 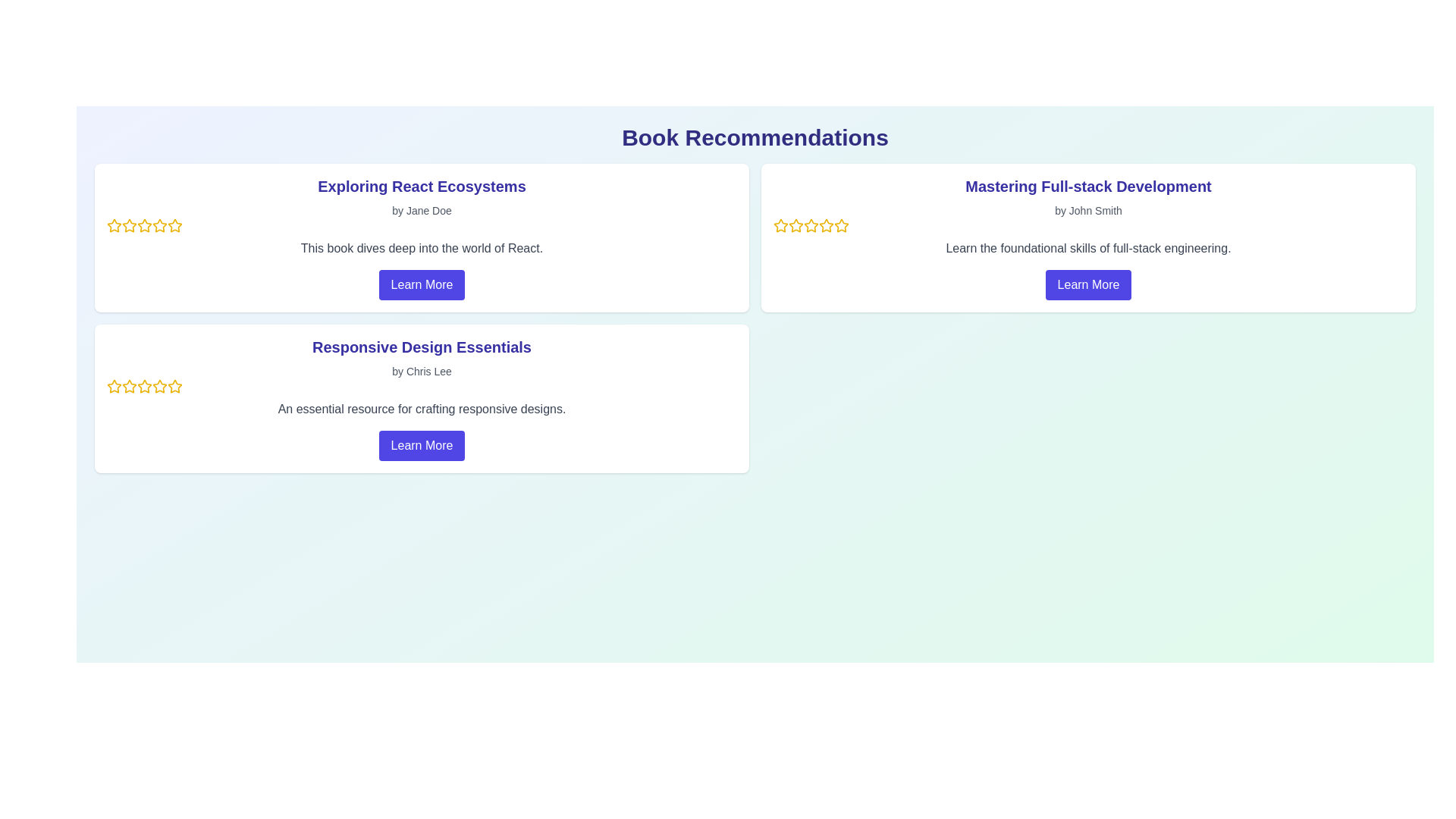 What do you see at coordinates (160, 225) in the screenshot?
I see `the sixth star icon in the rating widget under the 'Exploring React Ecosystems' section, which is represented as a hollow yellow outlined star` at bounding box center [160, 225].